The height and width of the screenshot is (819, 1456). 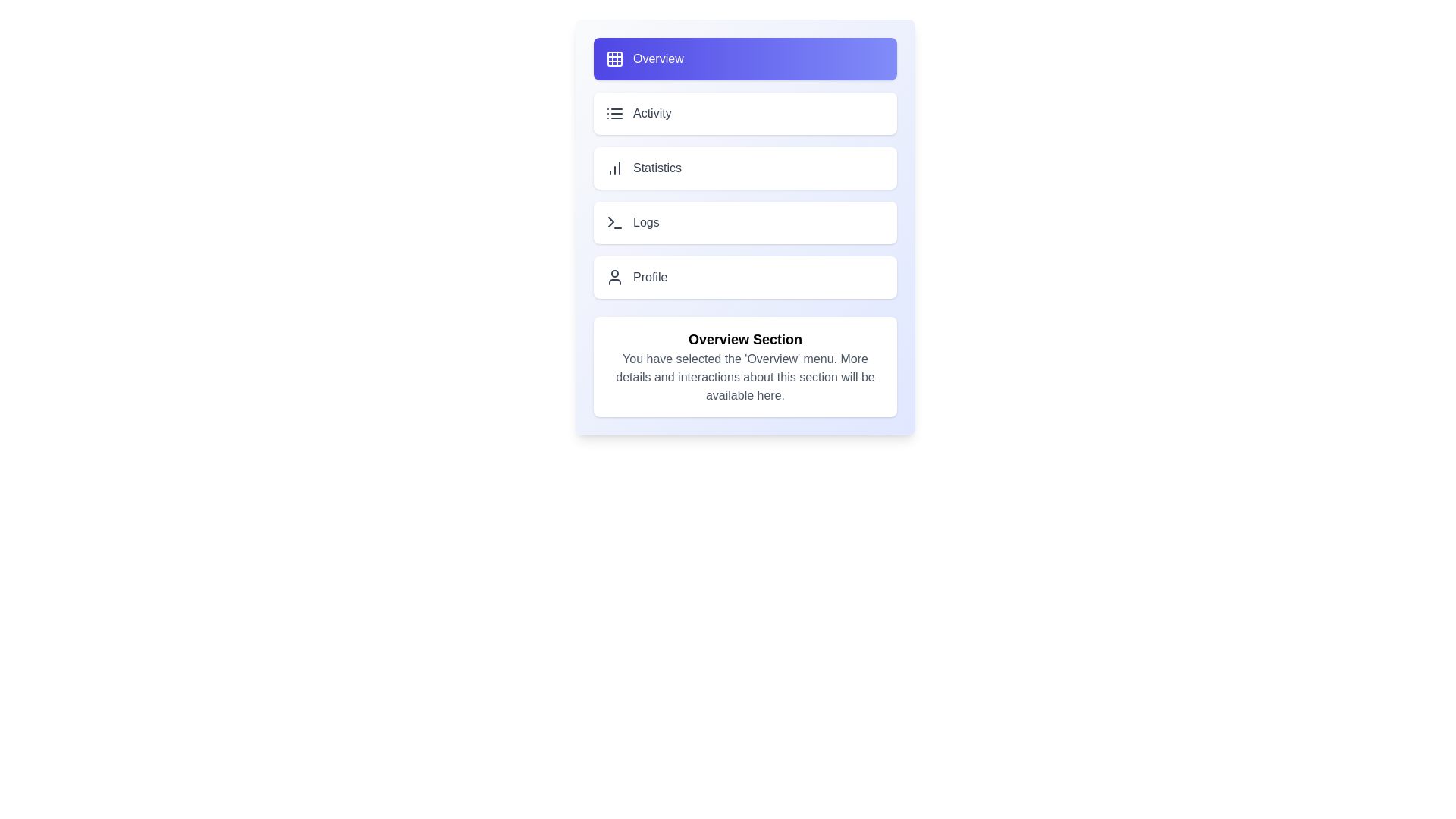 I want to click on the menu item Profile to display its section, so click(x=745, y=278).